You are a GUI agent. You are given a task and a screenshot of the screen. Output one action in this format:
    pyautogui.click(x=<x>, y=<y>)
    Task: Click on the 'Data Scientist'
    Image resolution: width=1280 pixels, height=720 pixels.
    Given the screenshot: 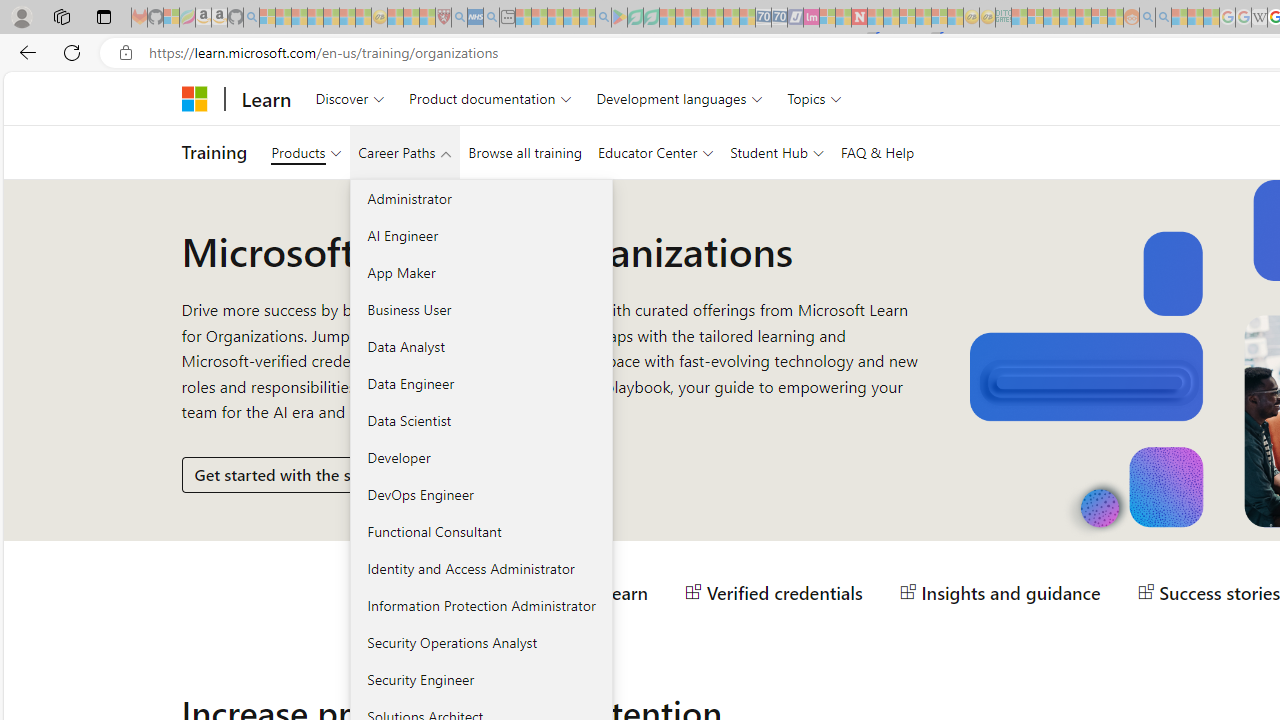 What is the action you would take?
    pyautogui.click(x=481, y=419)
    